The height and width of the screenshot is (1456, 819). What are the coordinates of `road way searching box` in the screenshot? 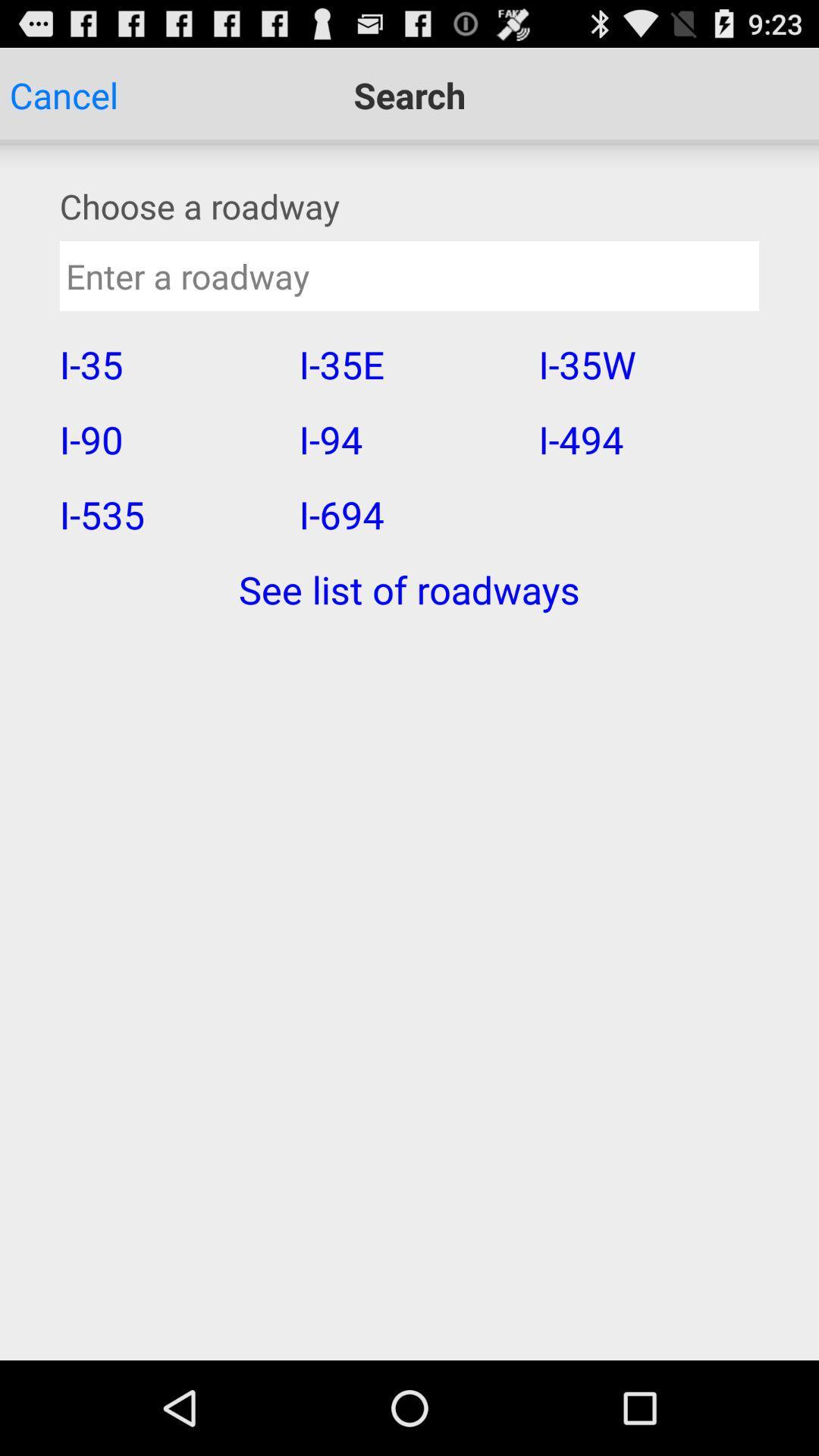 It's located at (409, 276).